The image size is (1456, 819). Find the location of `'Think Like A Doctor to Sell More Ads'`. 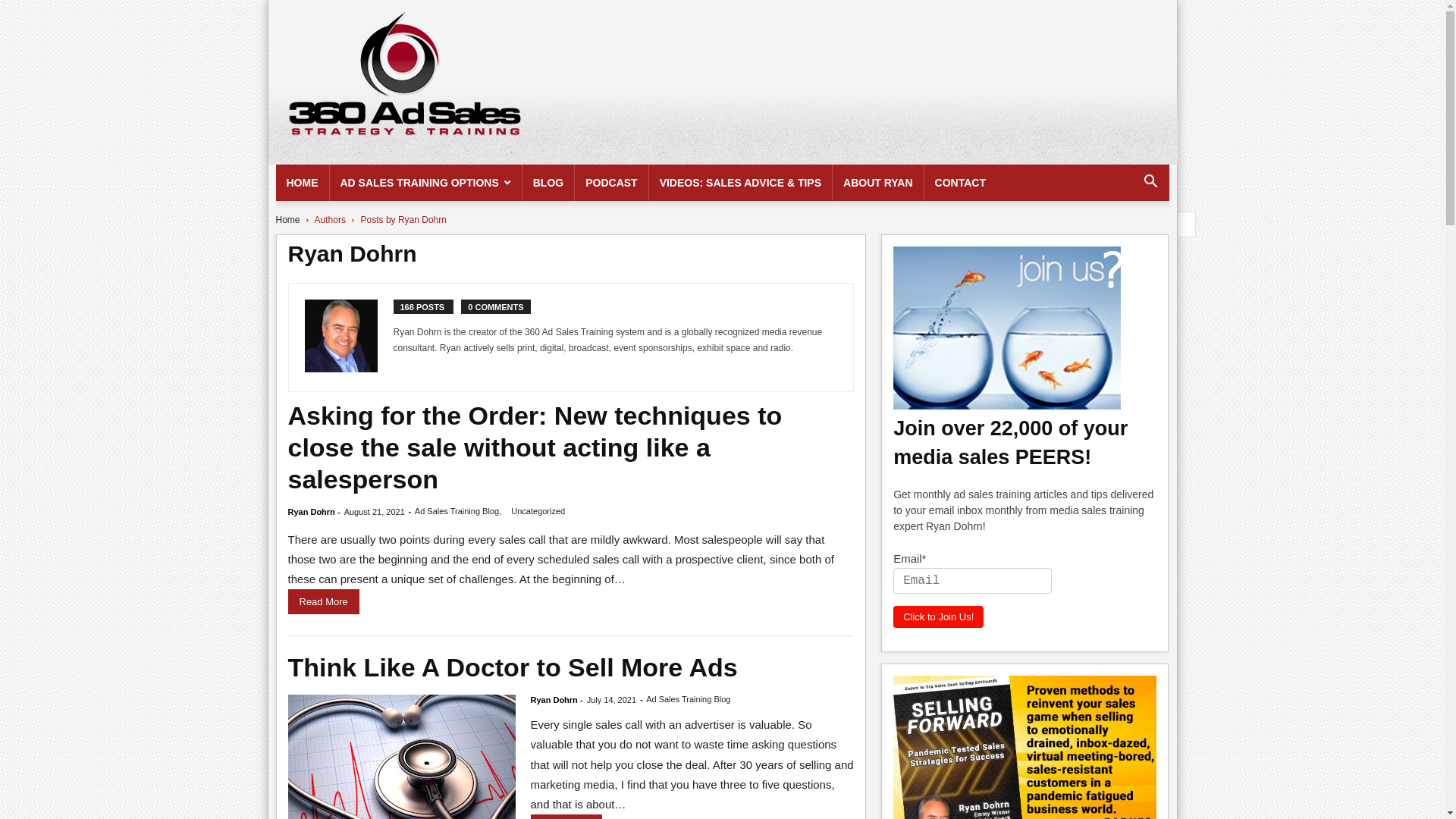

'Think Like A Doctor to Sell More Ads' is located at coordinates (513, 666).